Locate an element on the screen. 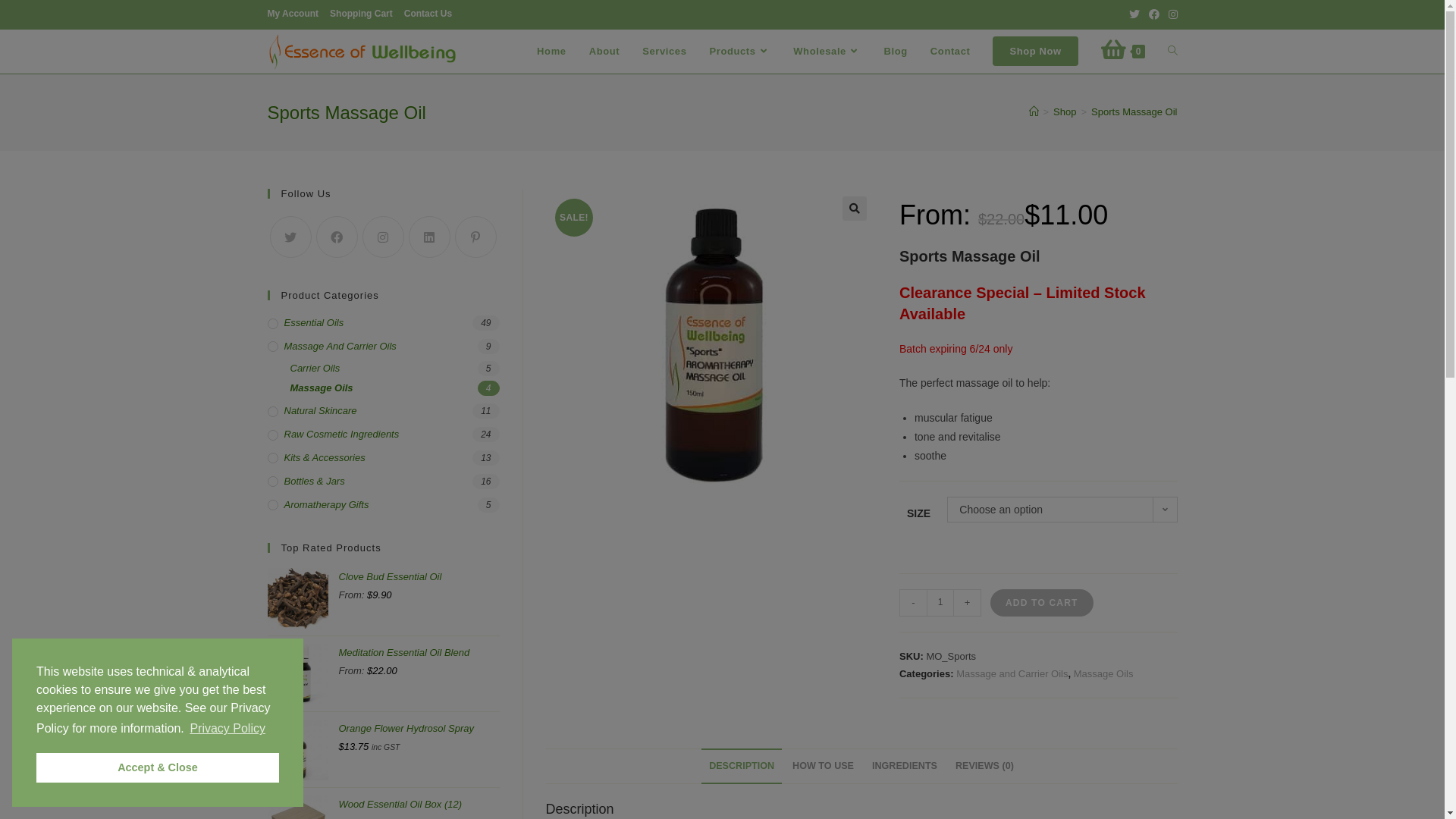 The image size is (1456, 819). '-' is located at coordinates (912, 601).